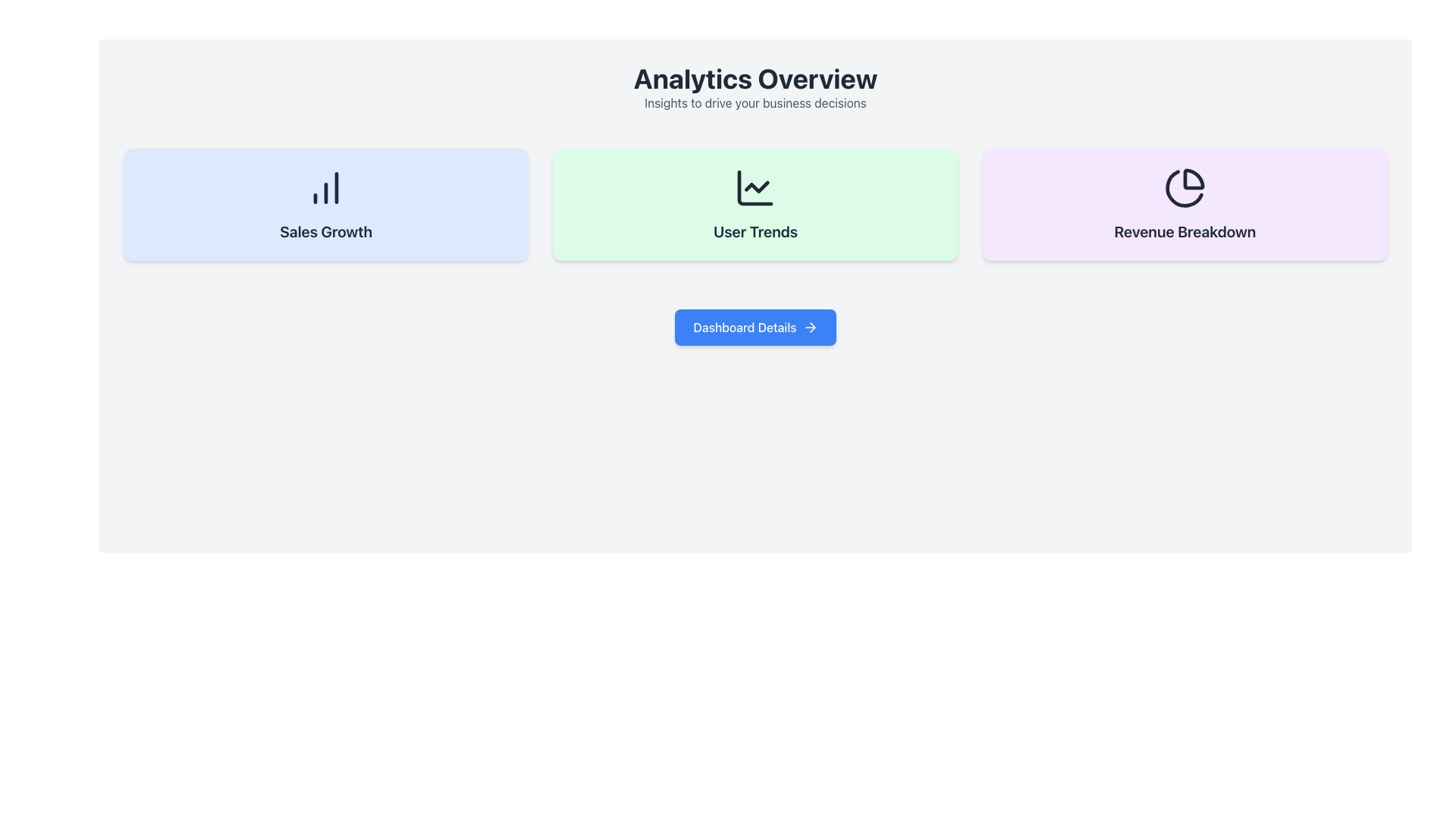 The width and height of the screenshot is (1456, 819). What do you see at coordinates (1193, 178) in the screenshot?
I see `the right curved portion of the pie chart icon located within the purple card labeled 'Revenue Breakdown'` at bounding box center [1193, 178].